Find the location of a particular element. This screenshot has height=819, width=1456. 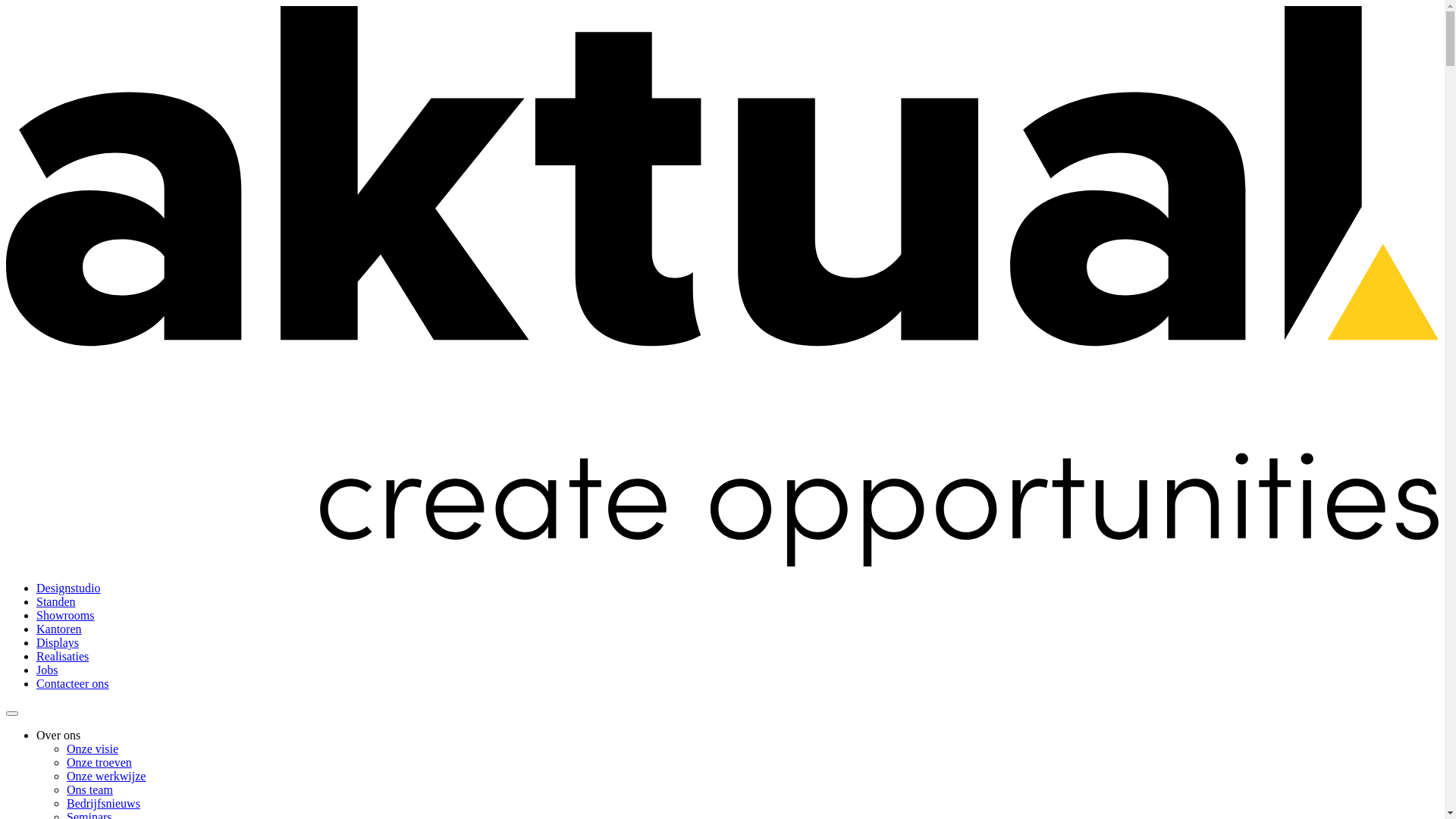

'Contacteer ons' is located at coordinates (72, 683).